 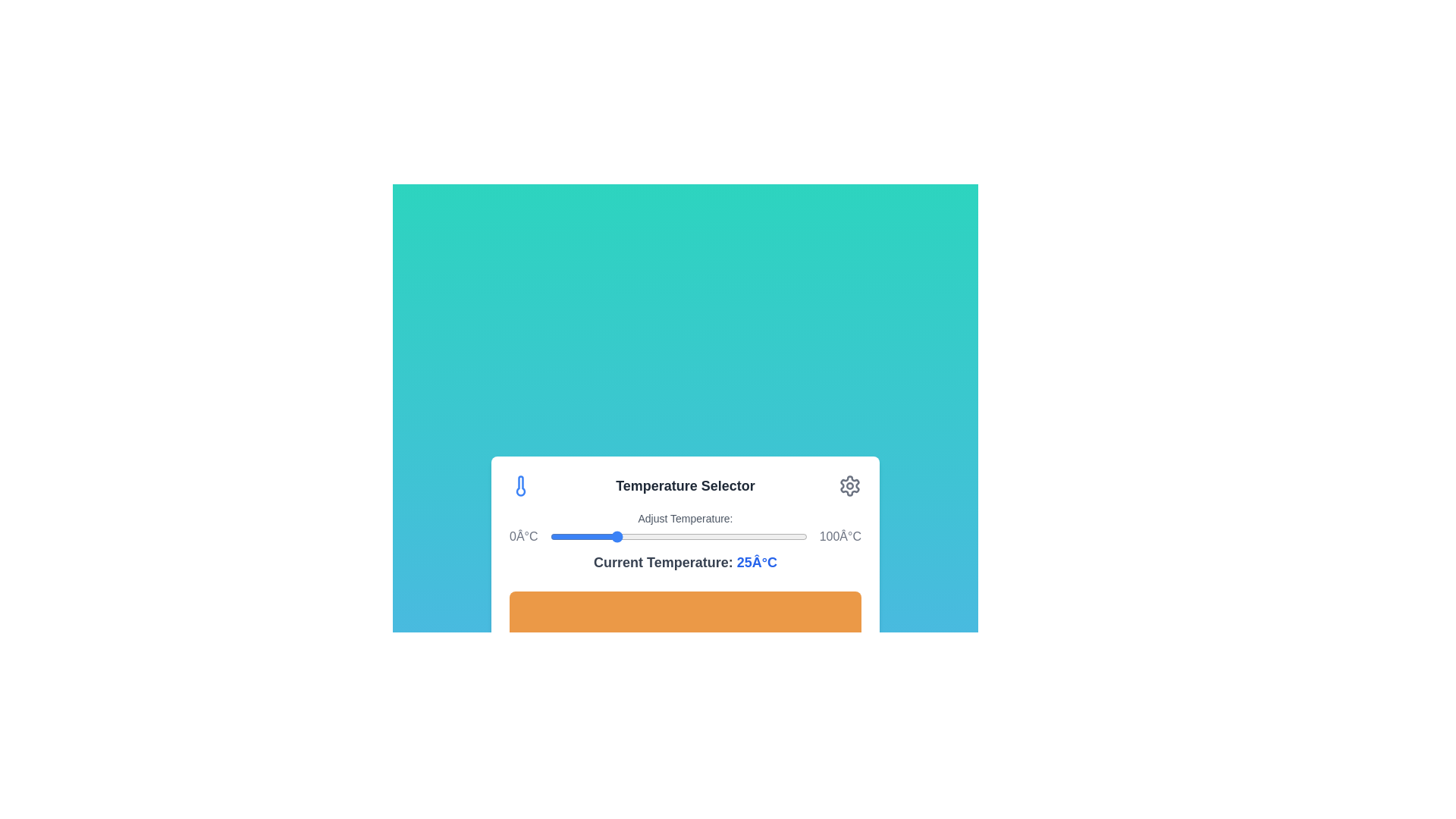 What do you see at coordinates (548, 536) in the screenshot?
I see `the temperature to 0°C by moving the slider` at bounding box center [548, 536].